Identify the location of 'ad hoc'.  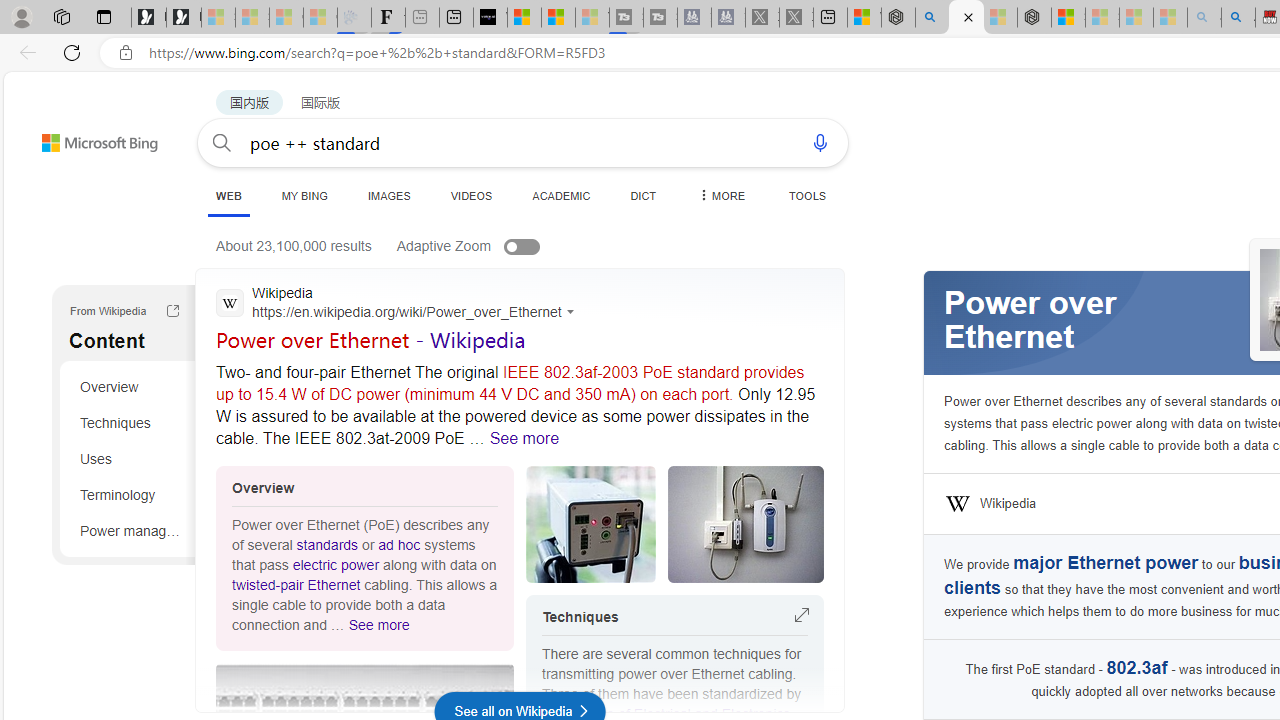
(399, 545).